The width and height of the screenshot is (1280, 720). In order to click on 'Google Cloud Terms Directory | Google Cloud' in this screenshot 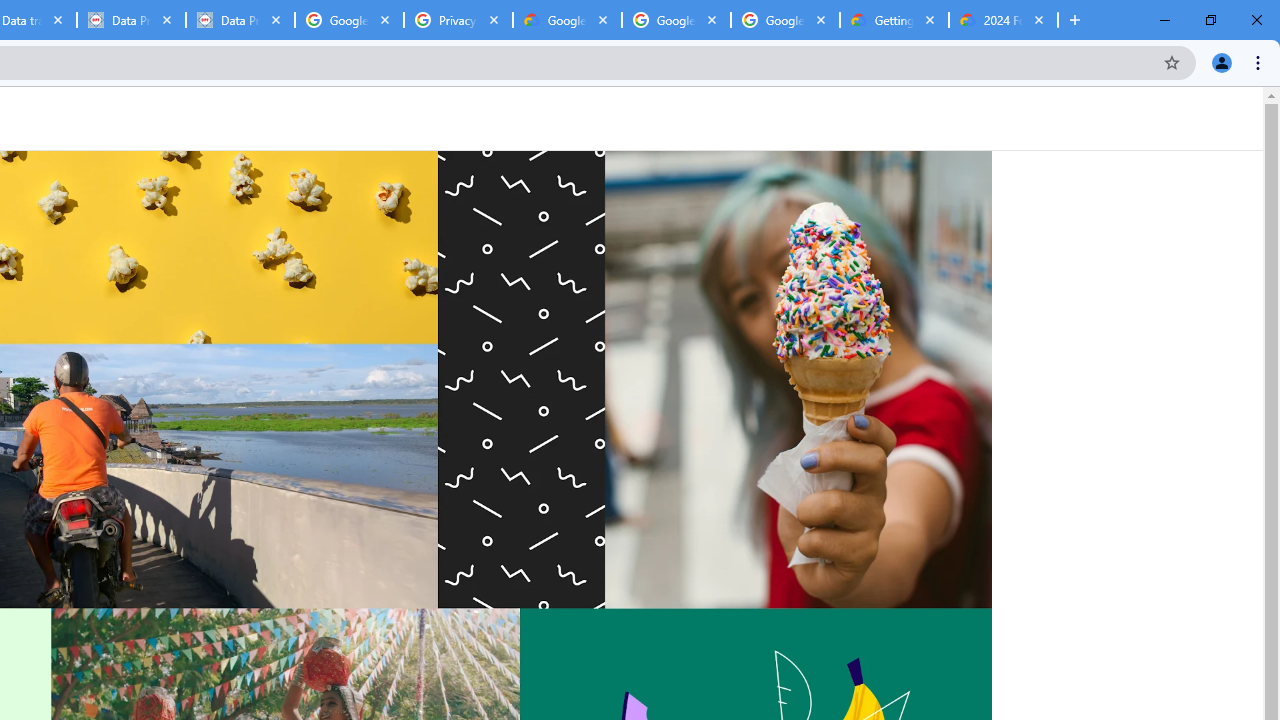, I will do `click(566, 20)`.